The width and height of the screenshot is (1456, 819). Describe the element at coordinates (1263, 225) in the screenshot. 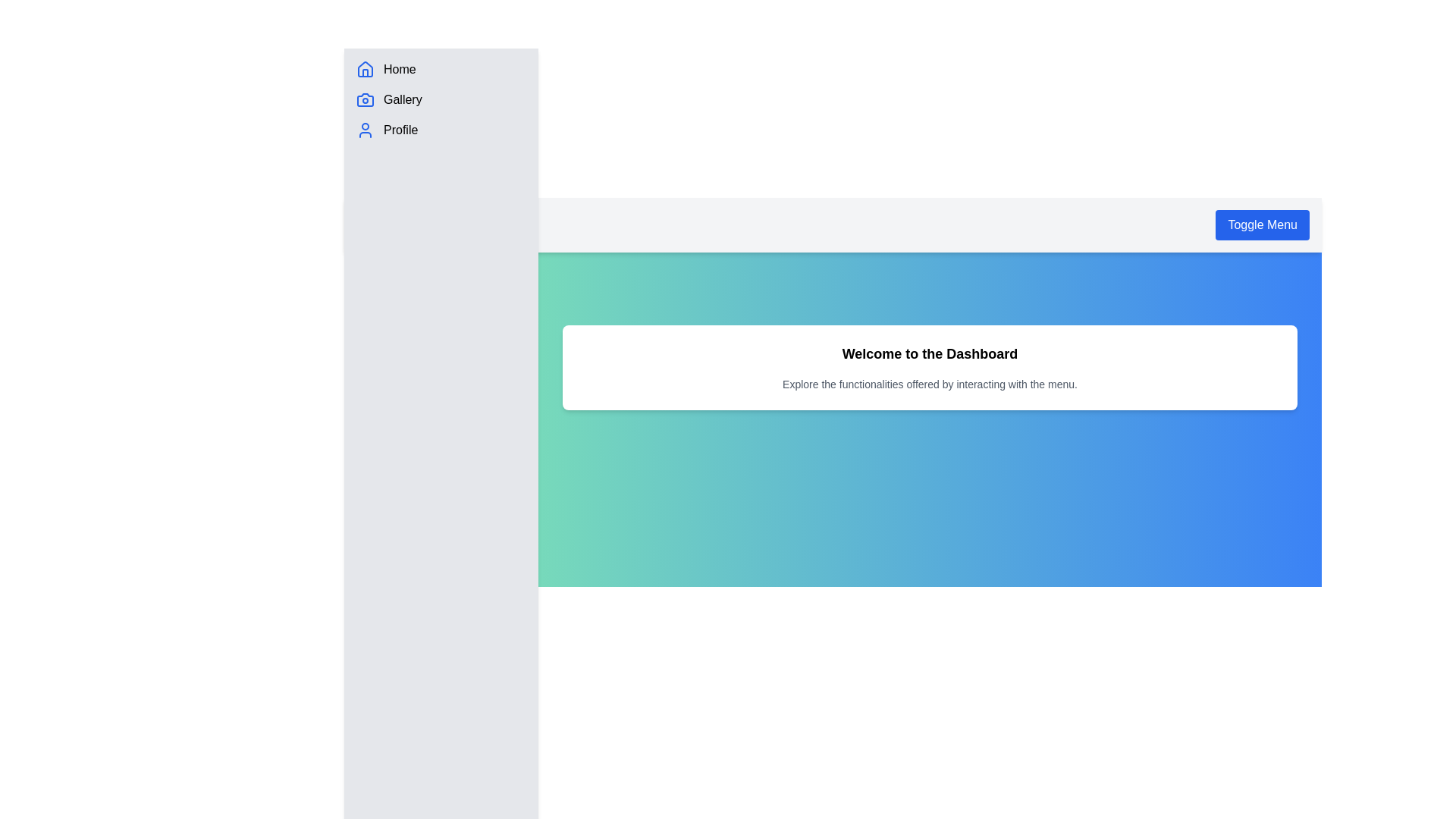

I see `the toggle button located at the top right corner of the interface` at that location.